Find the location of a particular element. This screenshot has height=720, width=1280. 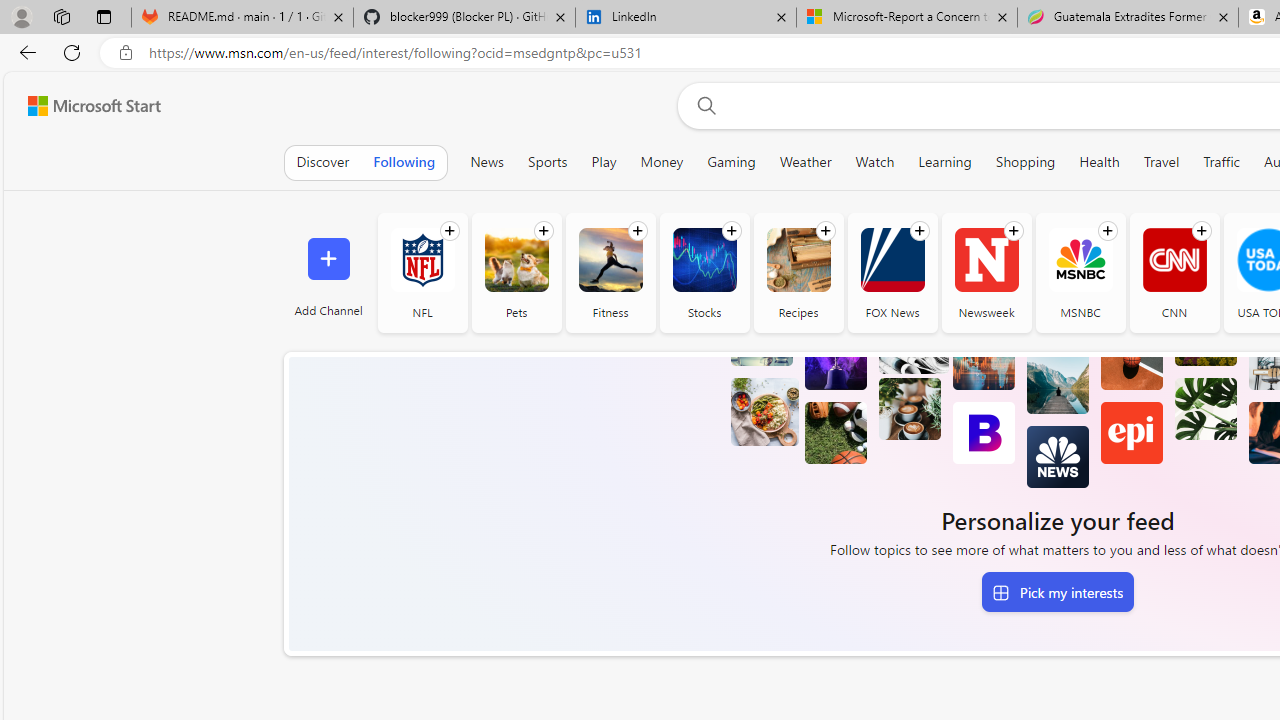

'Newsweek' is located at coordinates (986, 259).